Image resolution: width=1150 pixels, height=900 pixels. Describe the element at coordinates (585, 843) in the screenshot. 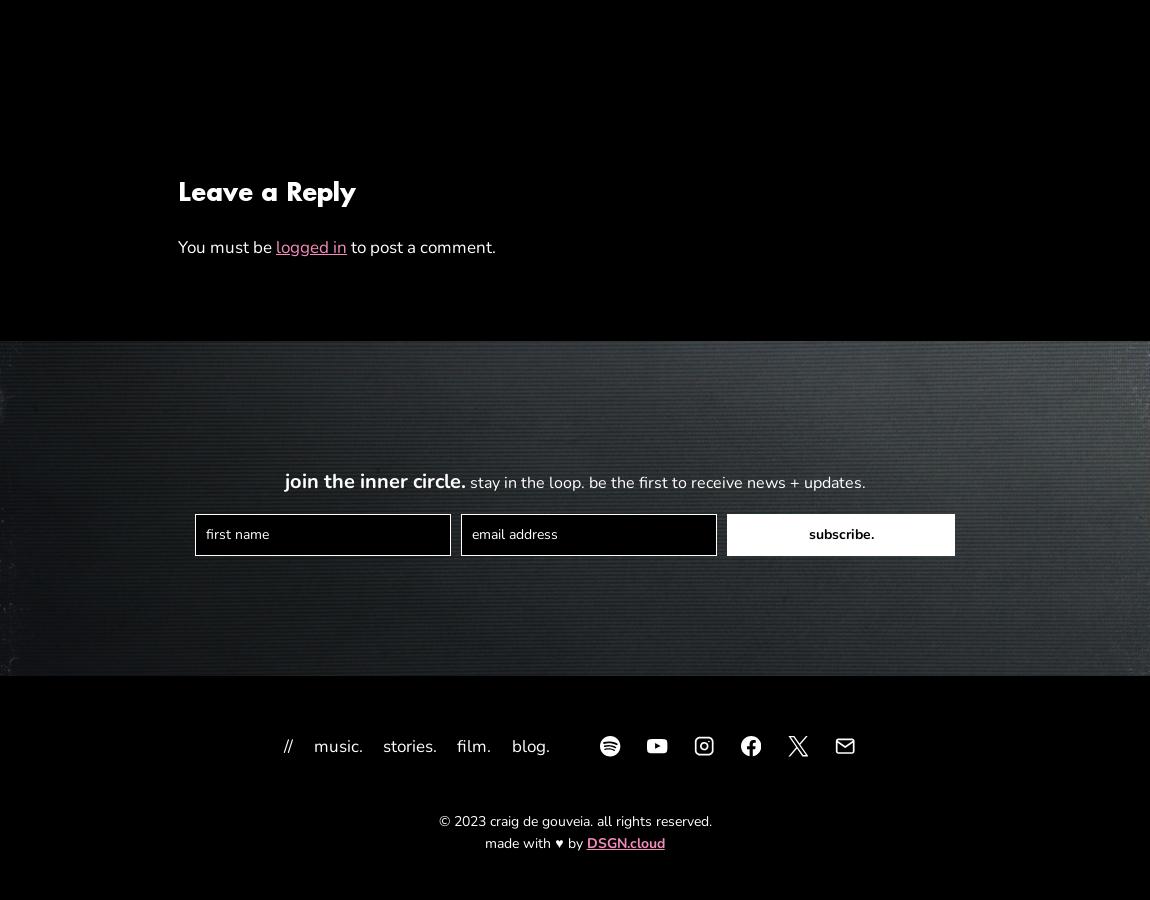

I see `'DSGN.cloud'` at that location.